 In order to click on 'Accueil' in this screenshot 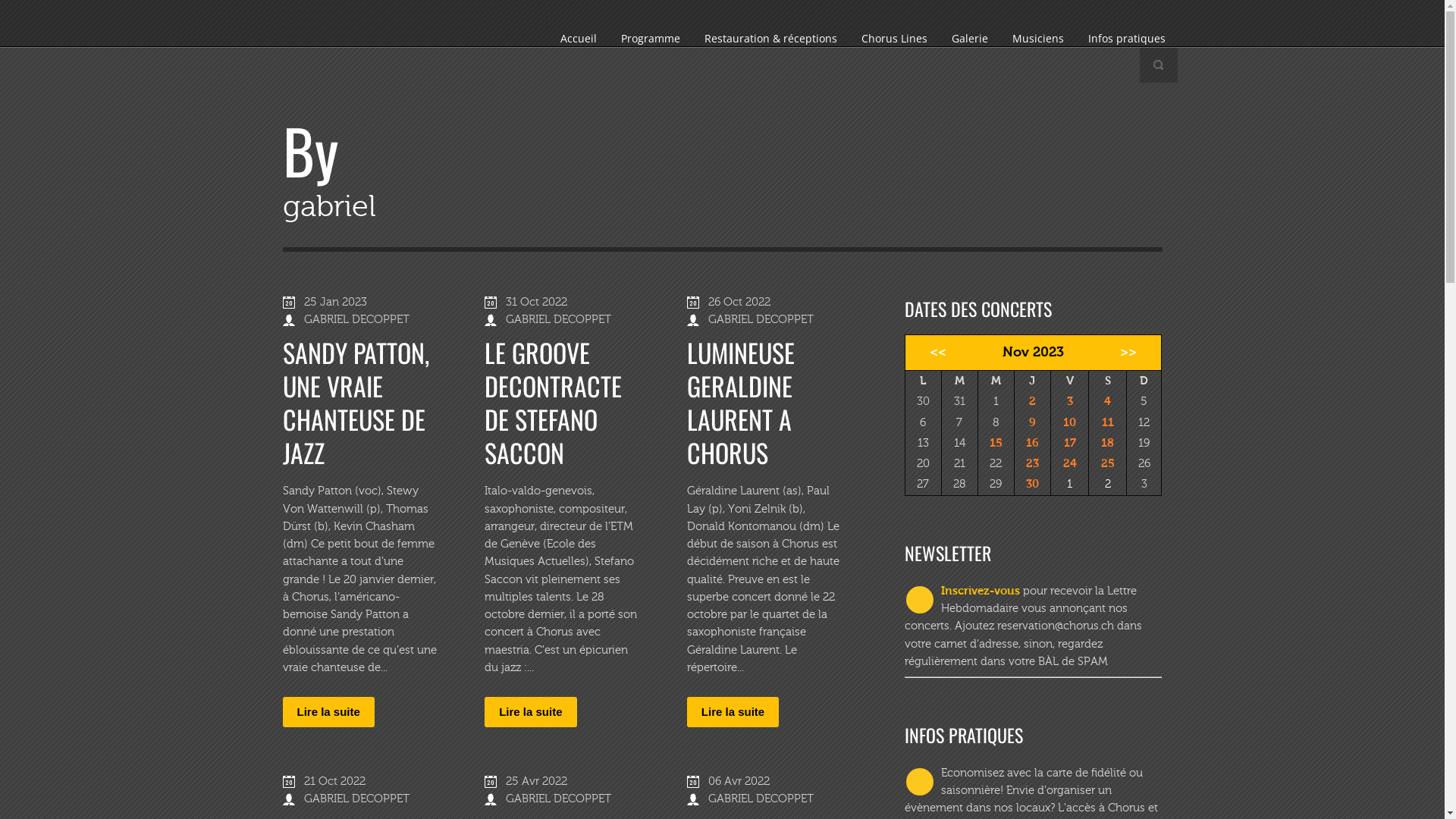, I will do `click(577, 37)`.